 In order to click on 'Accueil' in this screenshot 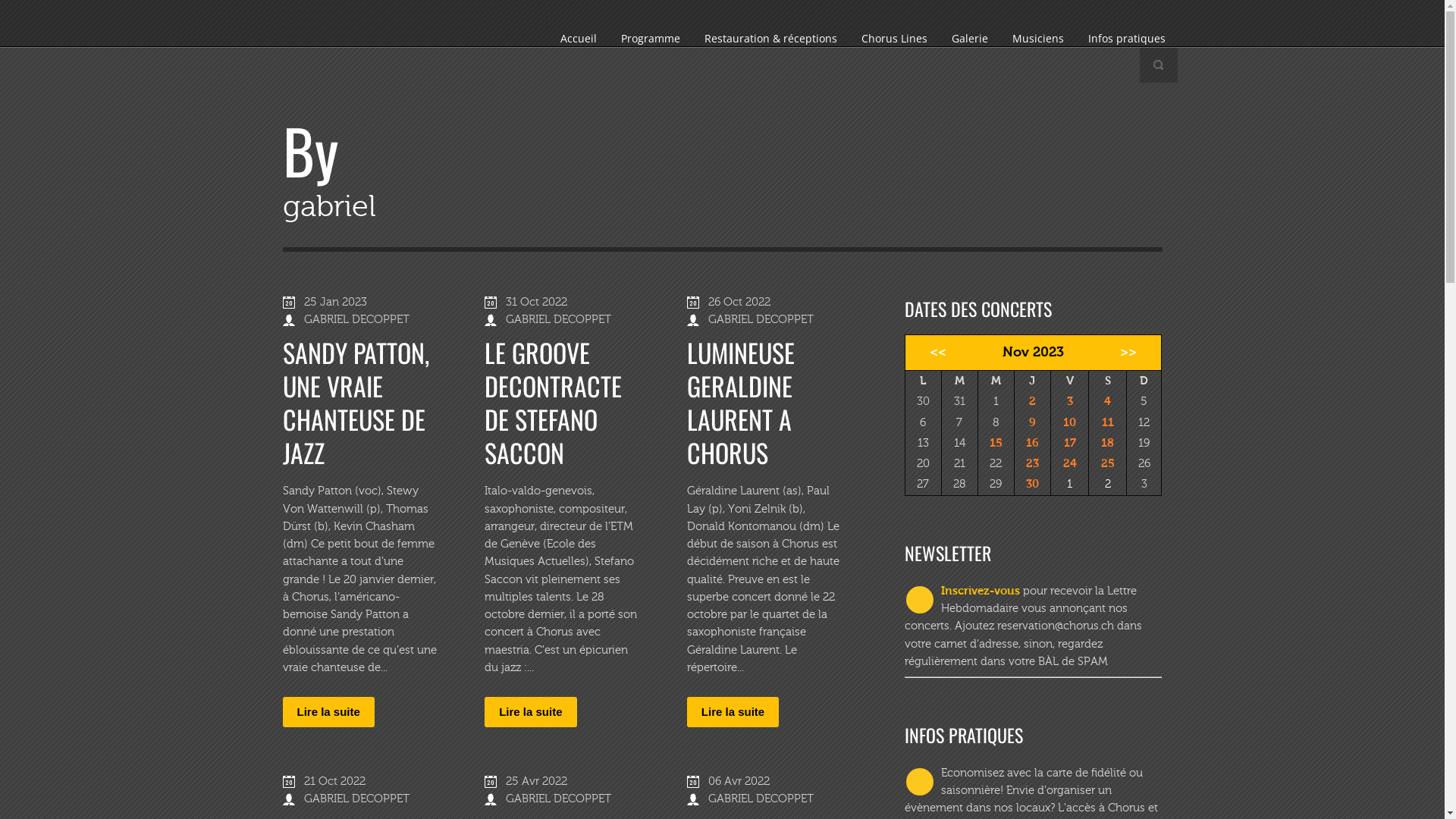, I will do `click(577, 37)`.